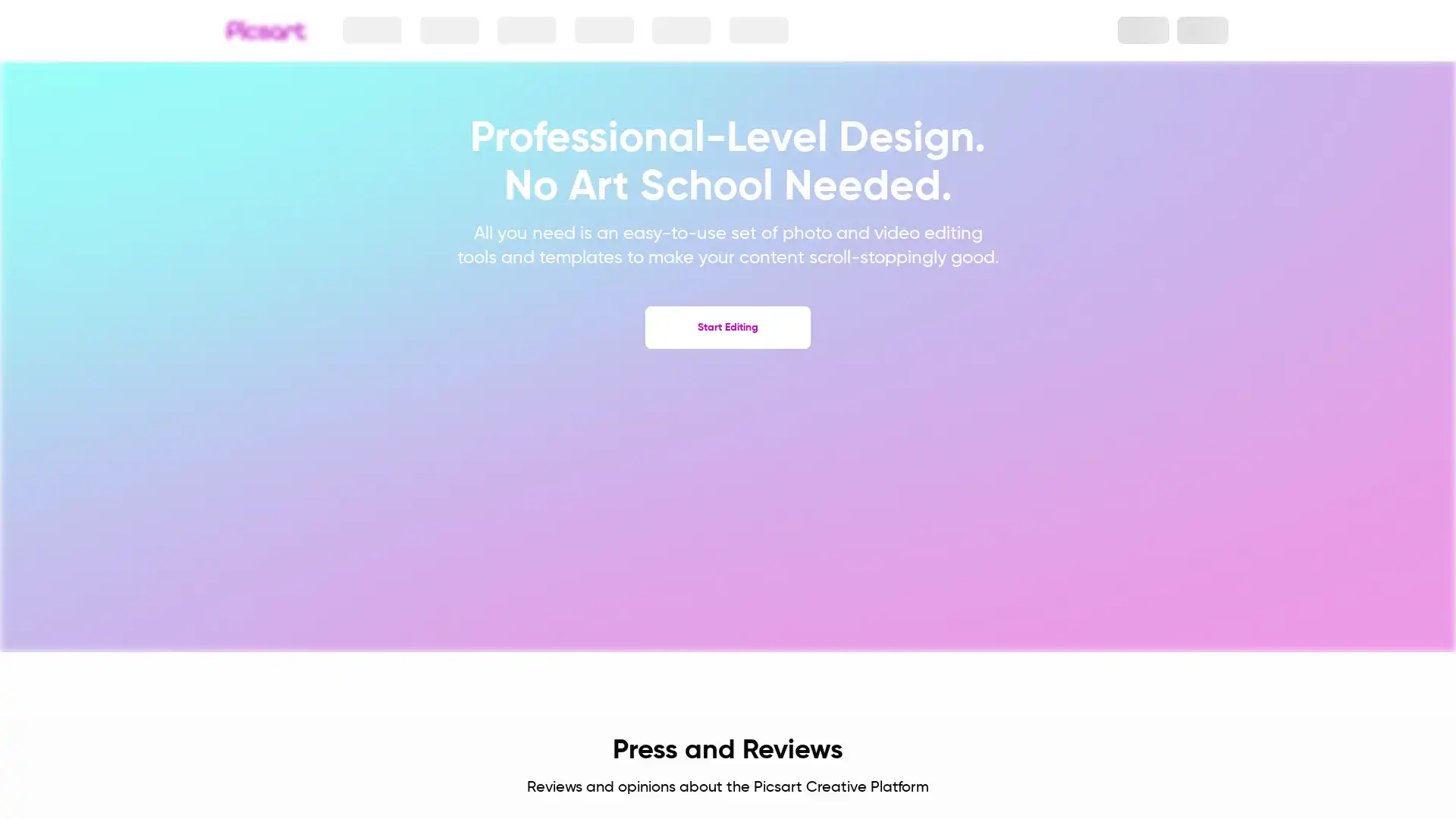 This screenshot has height=819, width=1456. I want to click on Sign Up, so click(1201, 30).